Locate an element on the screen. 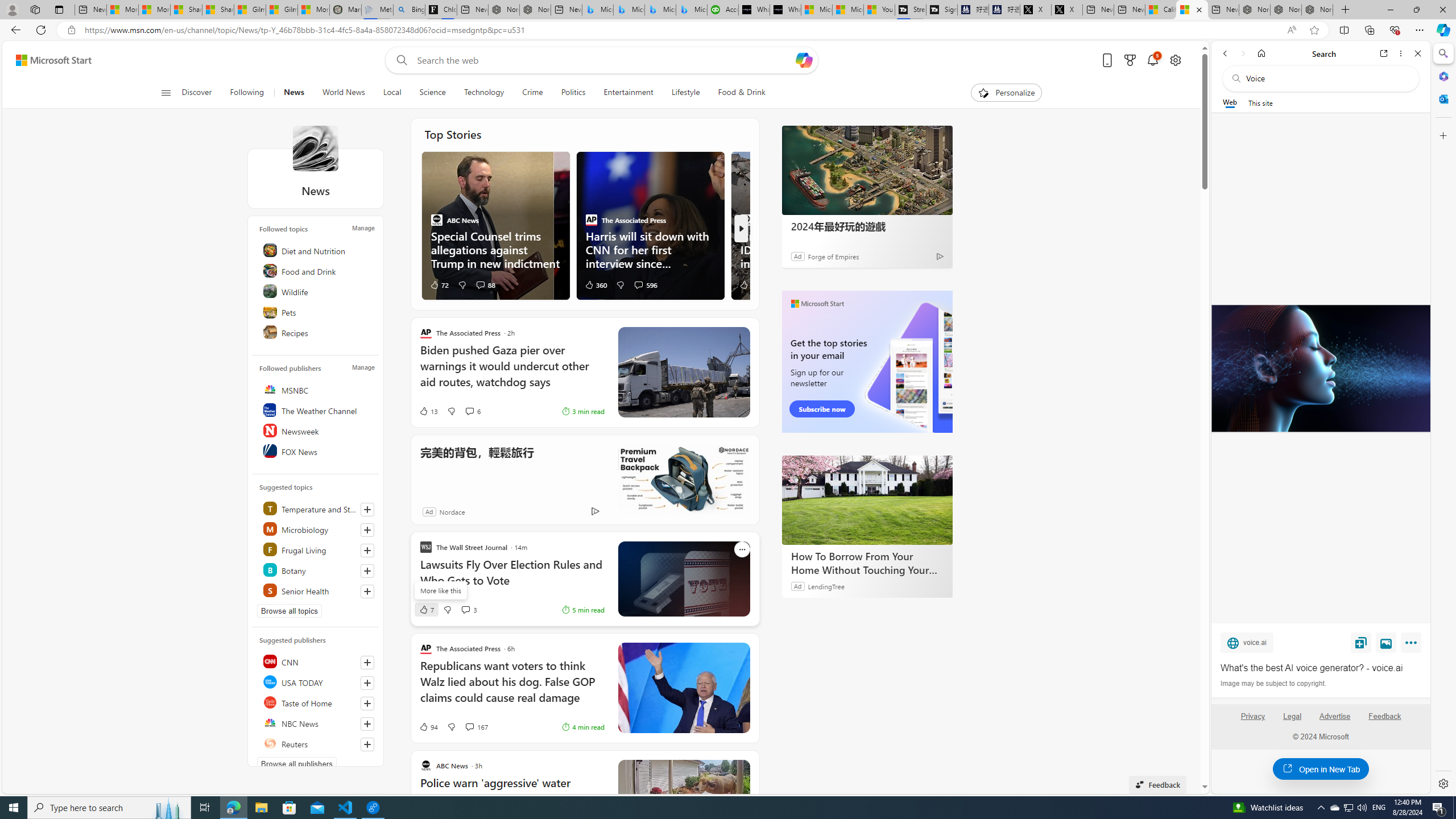 The width and height of the screenshot is (1456, 819). 'Nordace Siena Pro 15 Backpack' is located at coordinates (1285, 9).